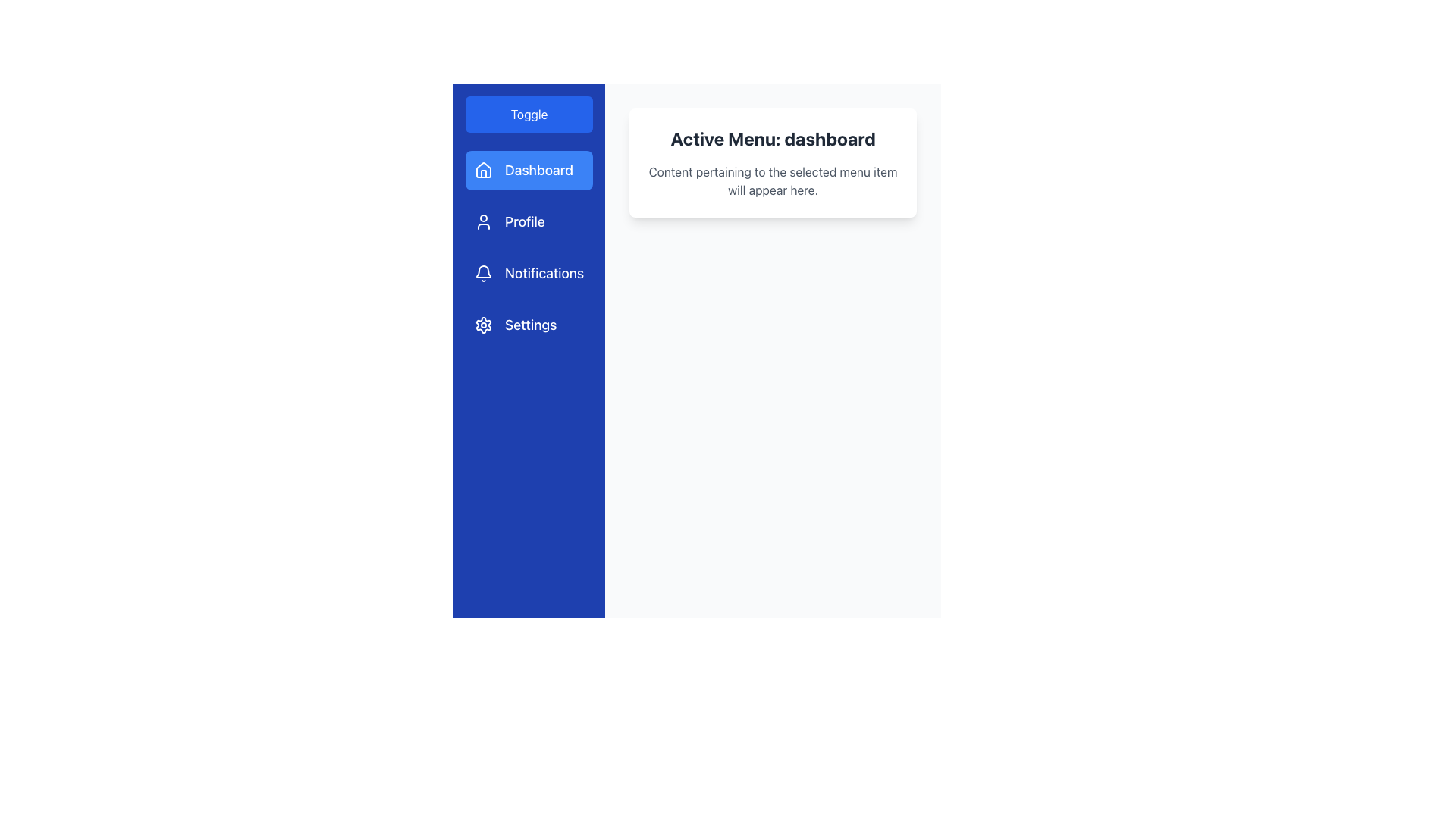  Describe the element at coordinates (529, 170) in the screenshot. I see `the 'Dashboard' button with a blue background and white text, which is the first item in the vertical menu on the left sidebar` at that location.